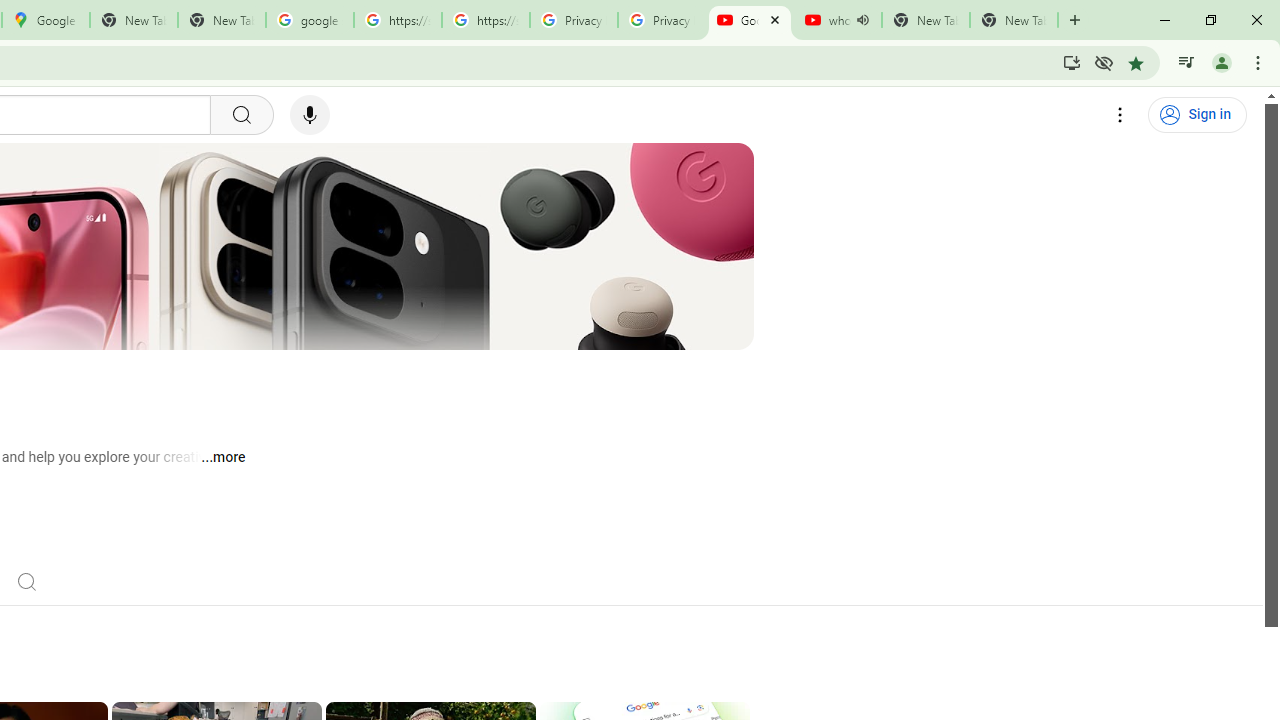 This screenshot has width=1280, height=720. What do you see at coordinates (1136, 61) in the screenshot?
I see `'Bookmark this tab'` at bounding box center [1136, 61].